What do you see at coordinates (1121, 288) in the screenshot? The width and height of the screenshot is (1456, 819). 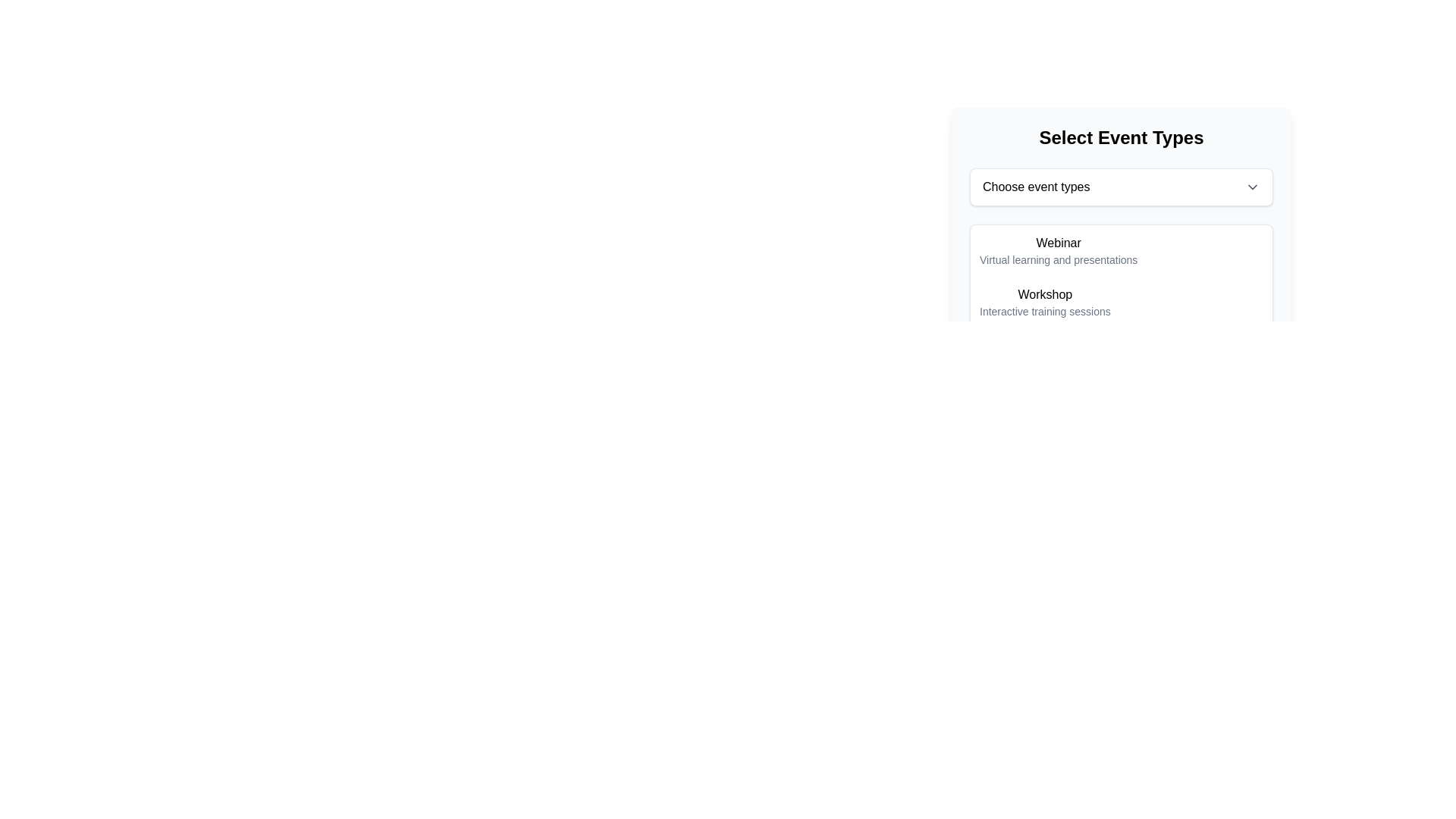 I see `the 'Workshop' dropdown menu item, which is the second visible option in the list of events, located centrally within the card-like interface` at bounding box center [1121, 288].